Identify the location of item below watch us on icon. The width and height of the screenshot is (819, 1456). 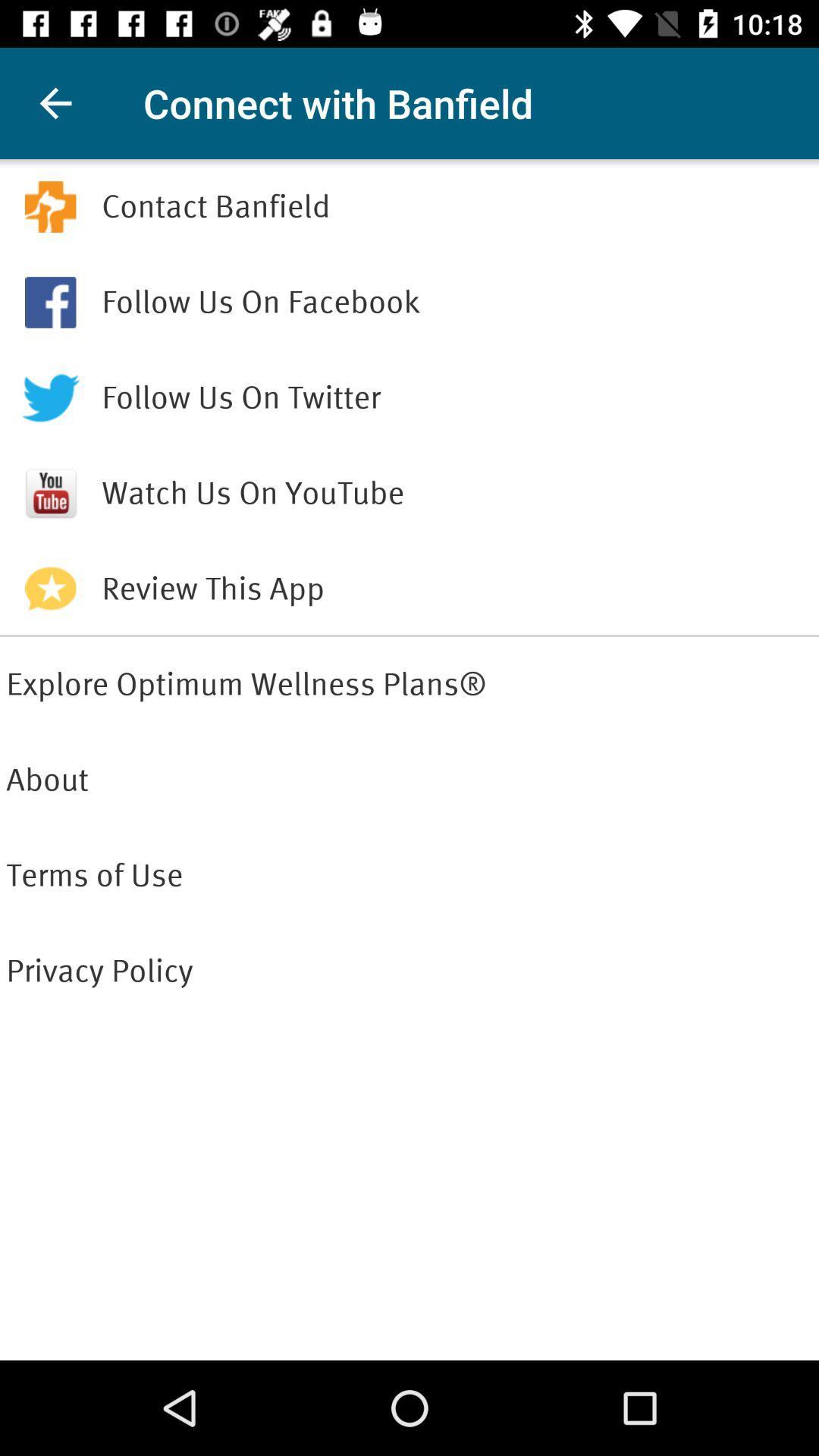
(456, 588).